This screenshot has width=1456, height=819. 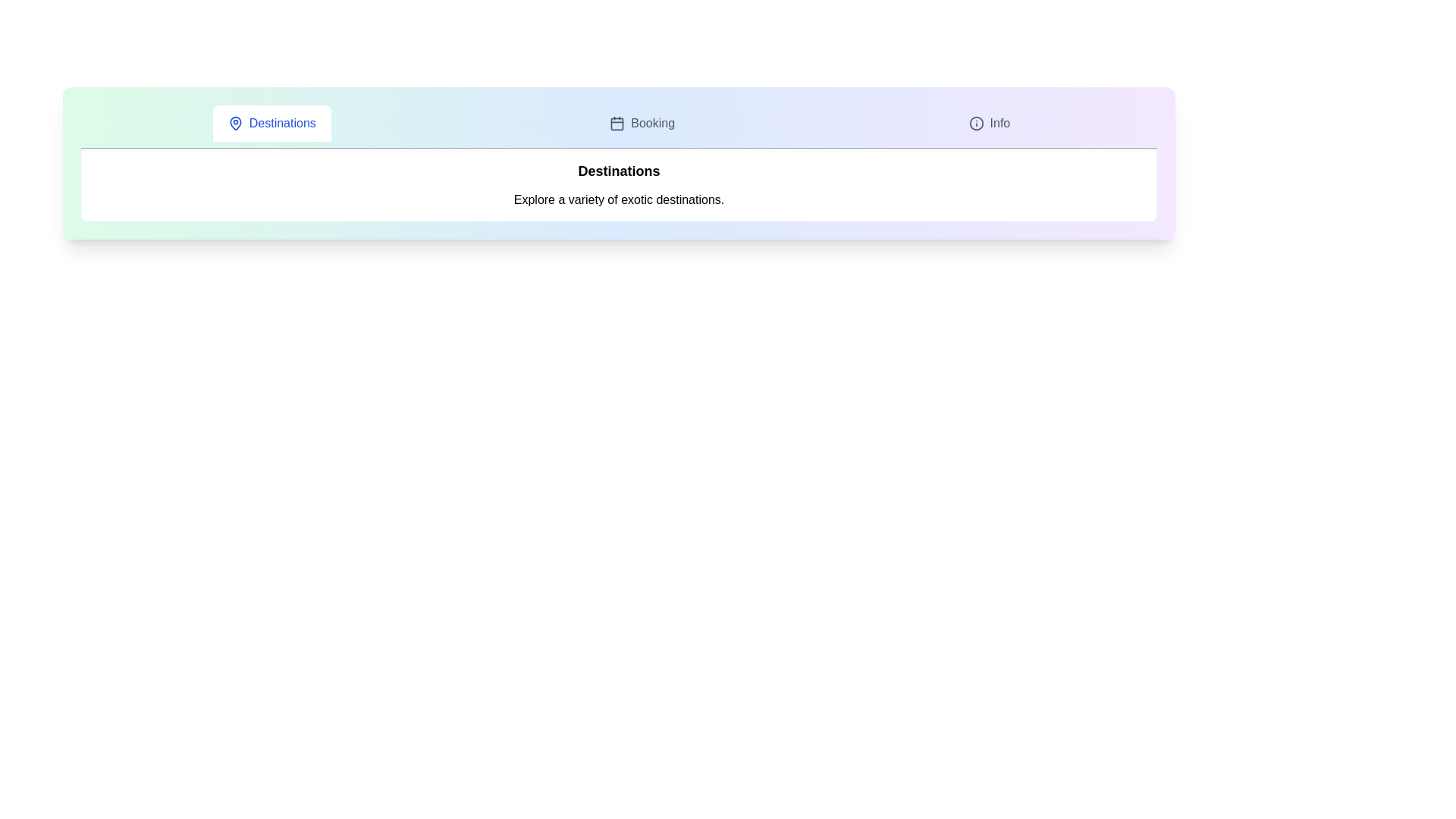 I want to click on the tab labeled 'Info' to switch to it, so click(x=989, y=122).